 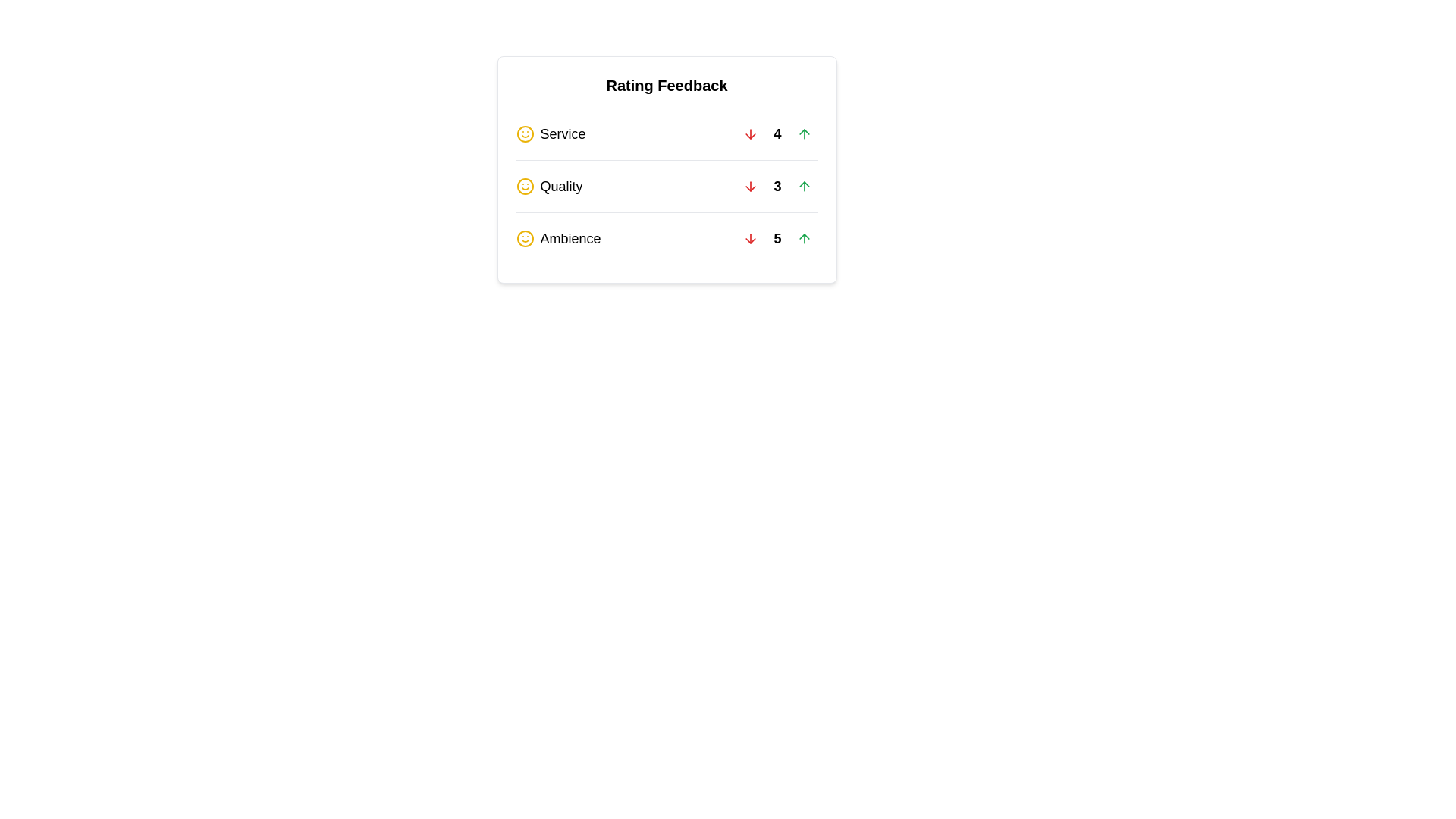 What do you see at coordinates (667, 186) in the screenshot?
I see `the 'Quality' rating row within the 'Rating Feedback' panel, which is the second row in the structured feedback layout` at bounding box center [667, 186].